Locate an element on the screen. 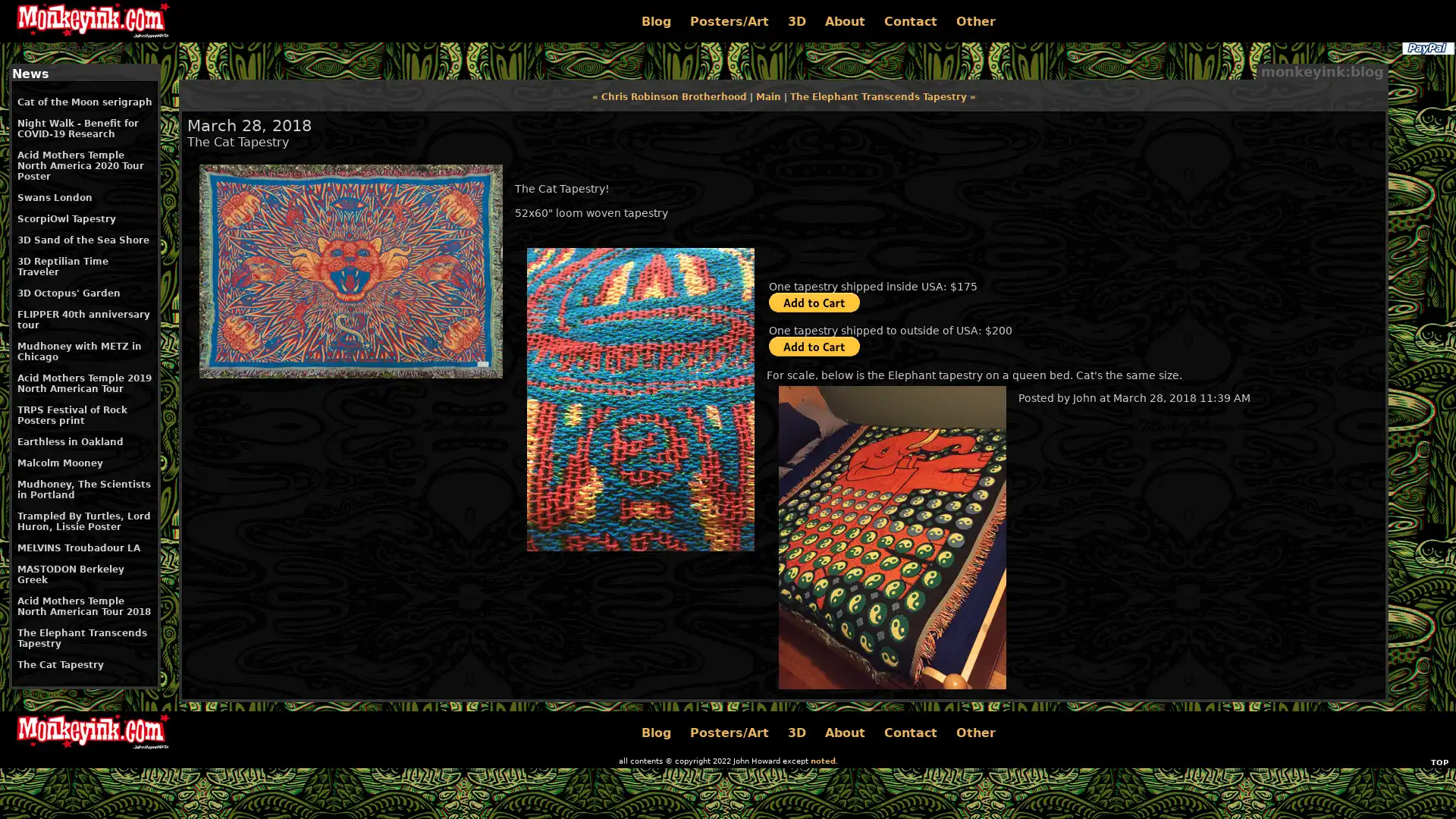 This screenshot has height=819, width=1456. PayPal - The safer, easier way to pay online! is located at coordinates (814, 302).